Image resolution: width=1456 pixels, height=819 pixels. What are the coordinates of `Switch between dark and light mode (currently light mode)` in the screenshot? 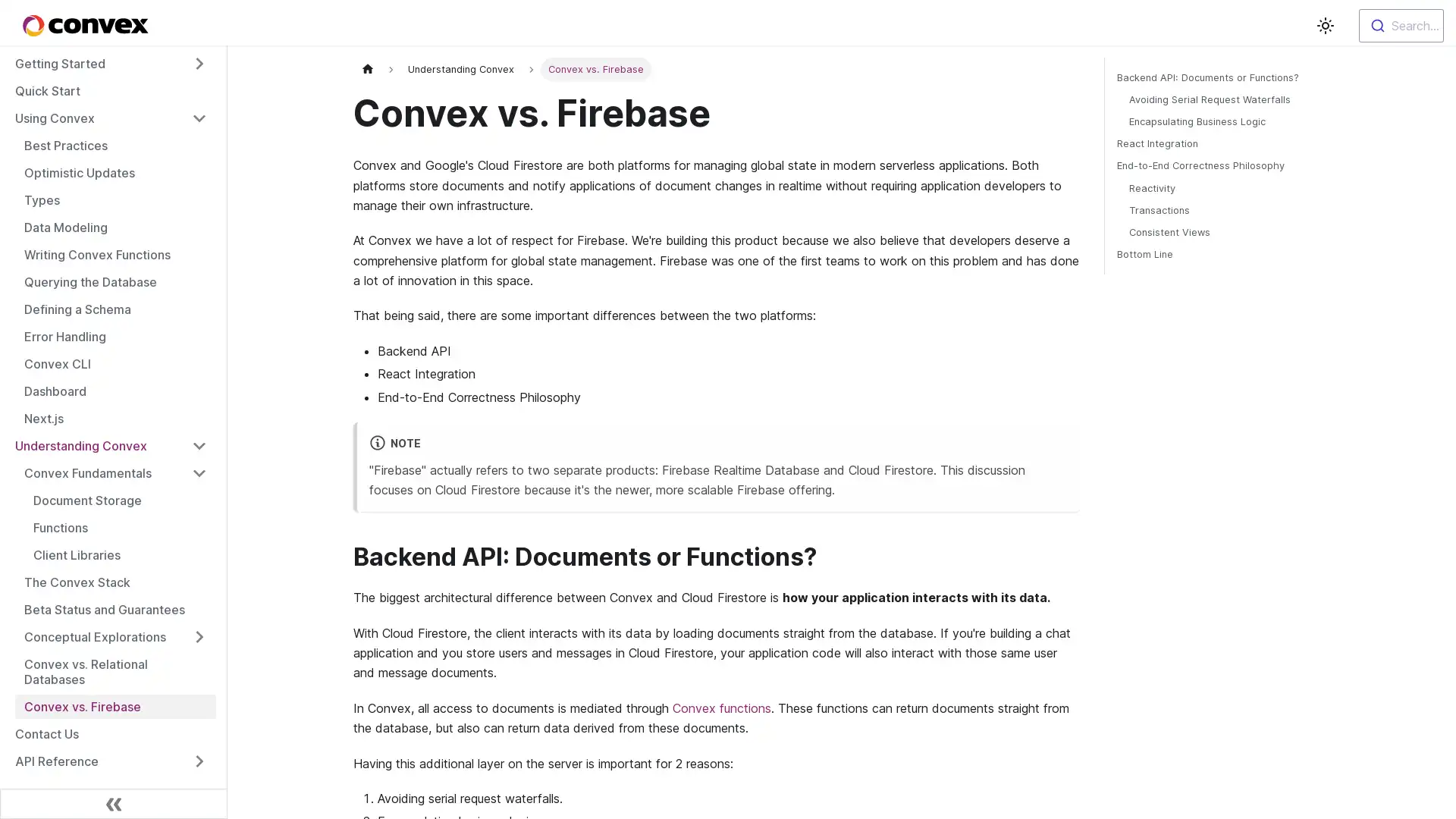 It's located at (1324, 26).